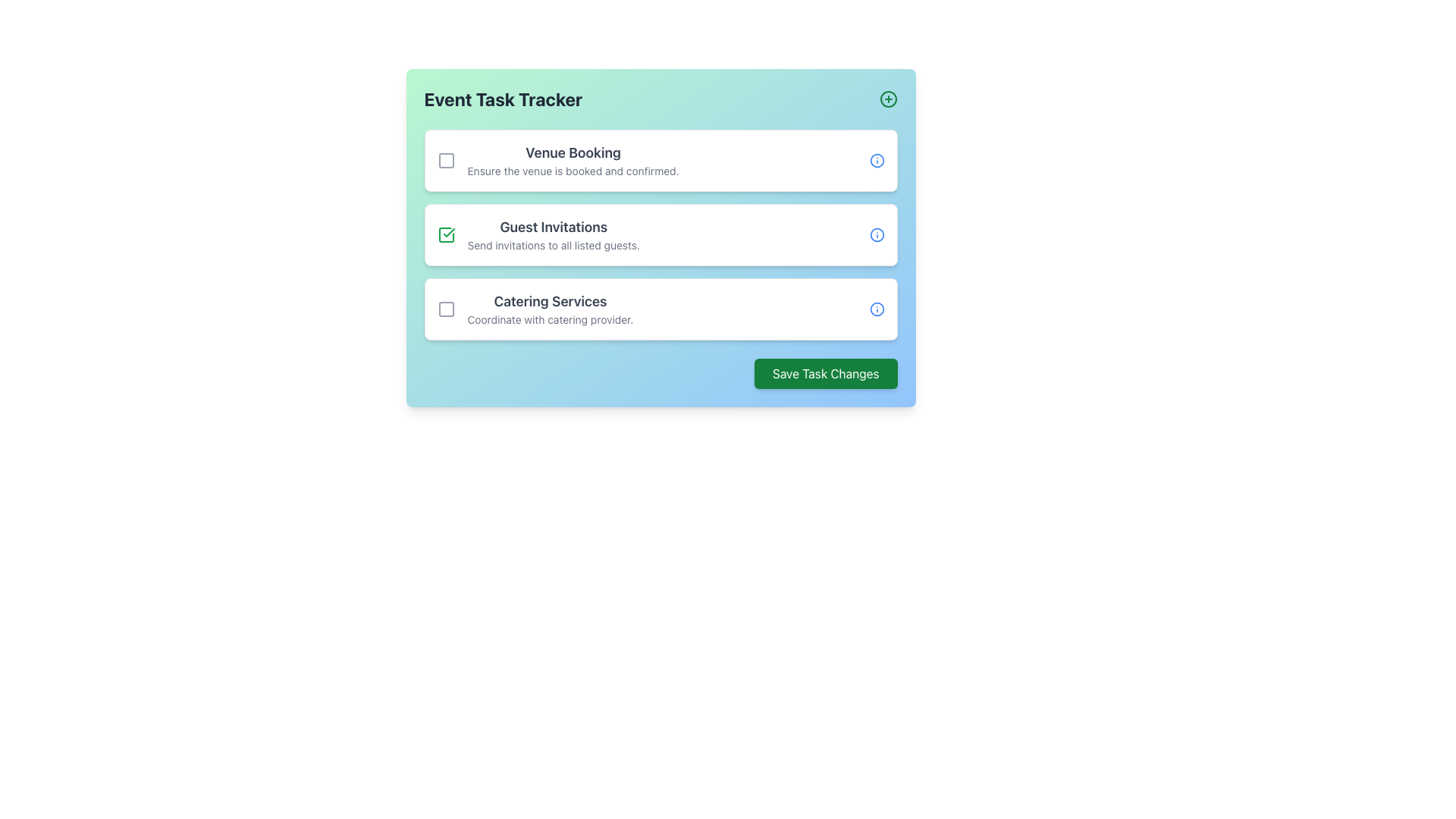 The width and height of the screenshot is (1456, 819). Describe the element at coordinates (877, 161) in the screenshot. I see `the circular graphic element located in the upper right corner of the 'Venue Booking' entry in the task list` at that location.